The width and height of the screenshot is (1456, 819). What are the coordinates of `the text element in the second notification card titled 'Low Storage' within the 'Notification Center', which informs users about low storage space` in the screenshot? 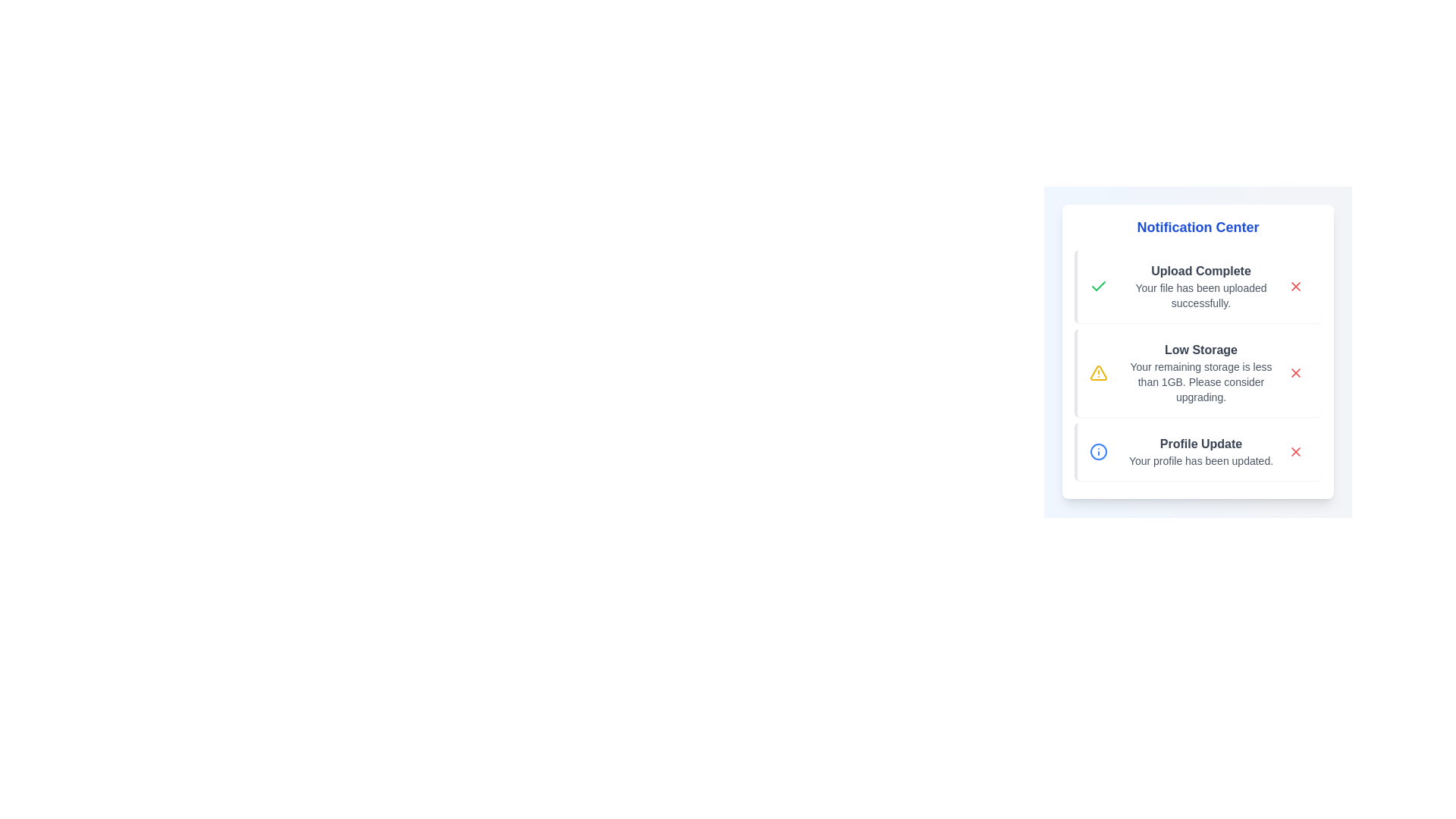 It's located at (1200, 381).